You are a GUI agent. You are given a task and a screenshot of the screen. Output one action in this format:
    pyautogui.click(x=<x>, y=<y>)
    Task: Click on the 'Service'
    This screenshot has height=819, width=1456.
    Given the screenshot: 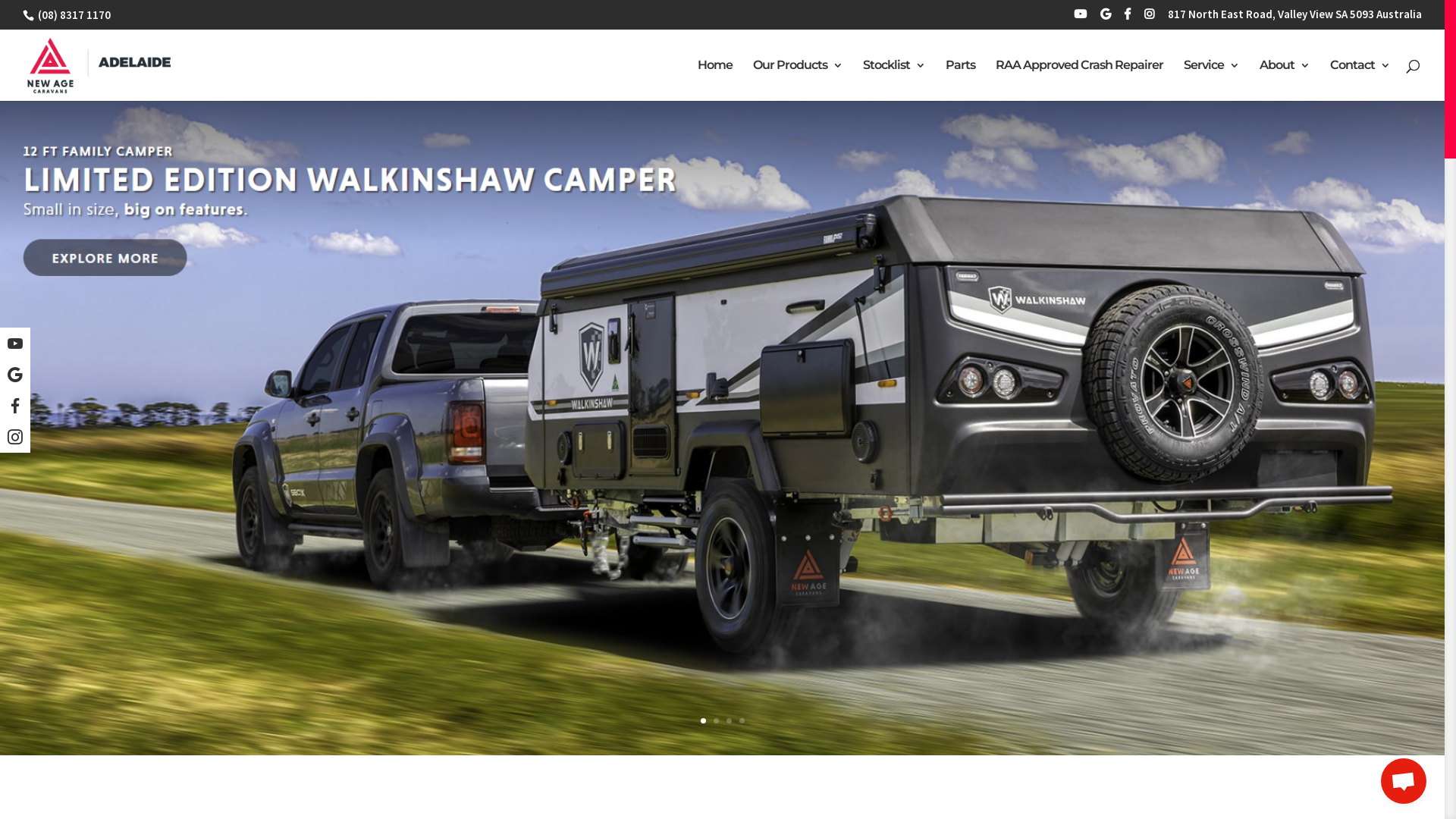 What is the action you would take?
    pyautogui.click(x=1210, y=79)
    